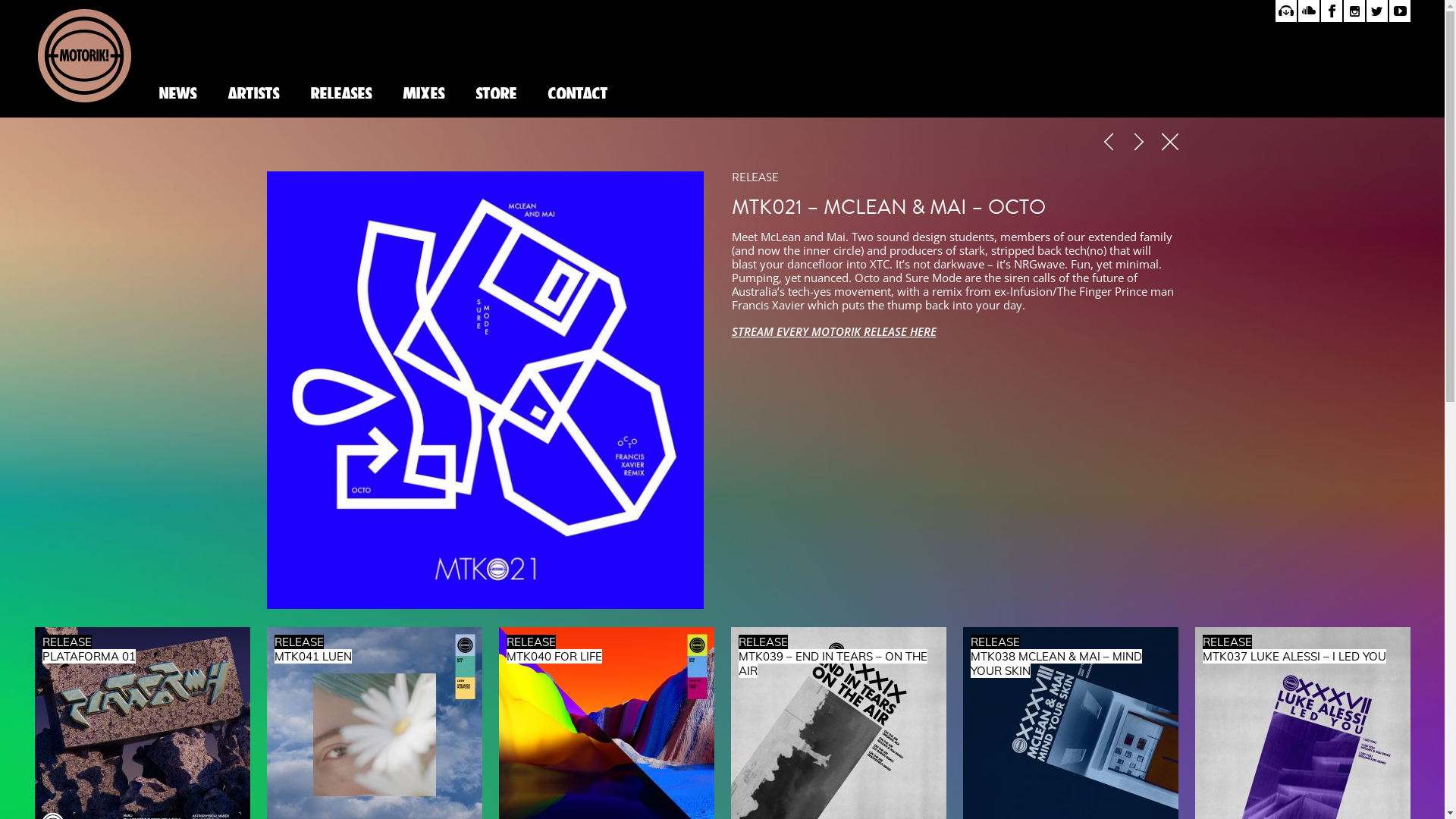  Describe the element at coordinates (531, 91) in the screenshot. I see `'CONTACT'` at that location.